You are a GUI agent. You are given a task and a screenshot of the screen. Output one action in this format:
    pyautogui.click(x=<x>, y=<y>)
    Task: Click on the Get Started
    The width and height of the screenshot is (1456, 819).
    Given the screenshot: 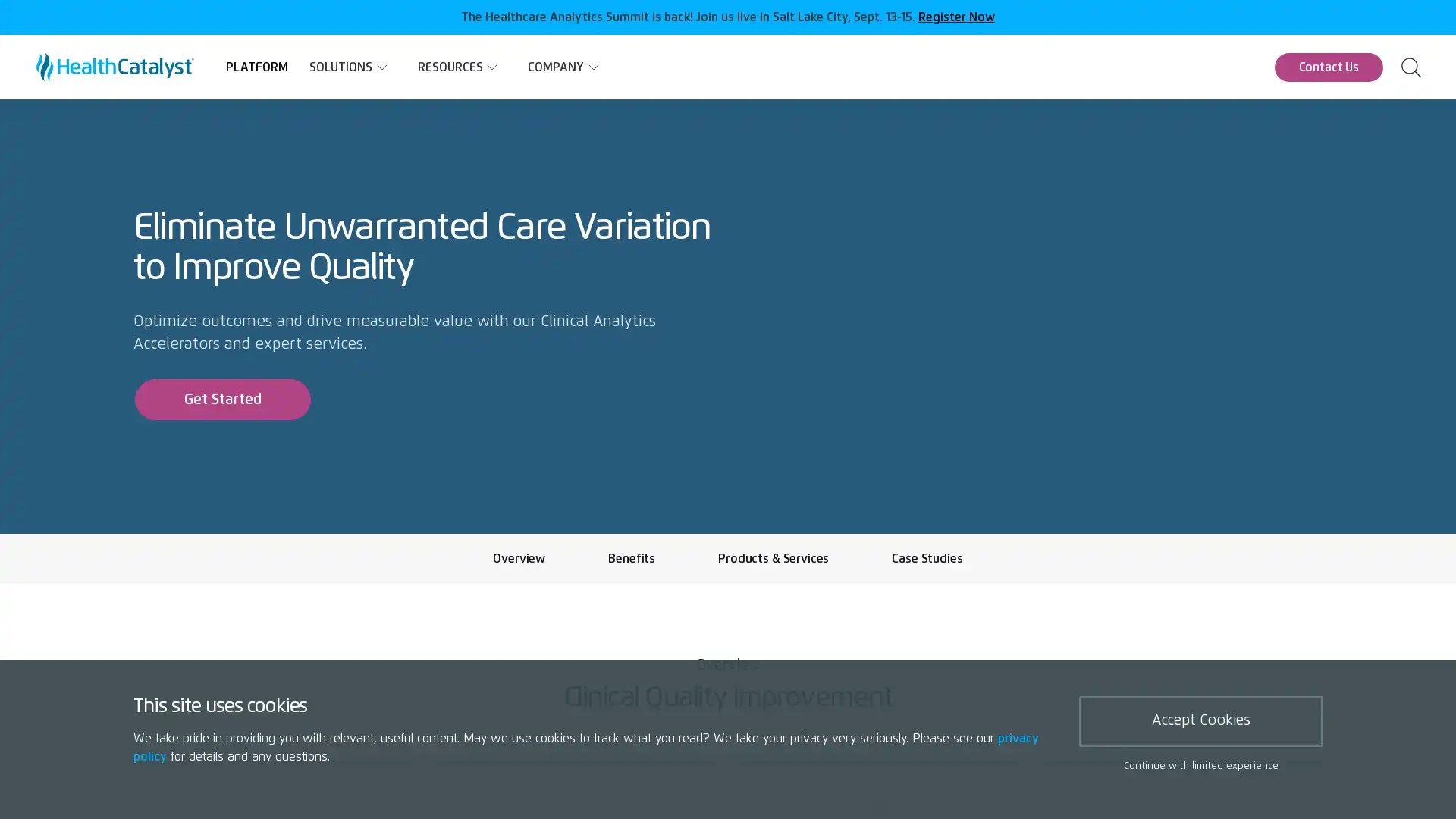 What is the action you would take?
    pyautogui.click(x=221, y=399)
    